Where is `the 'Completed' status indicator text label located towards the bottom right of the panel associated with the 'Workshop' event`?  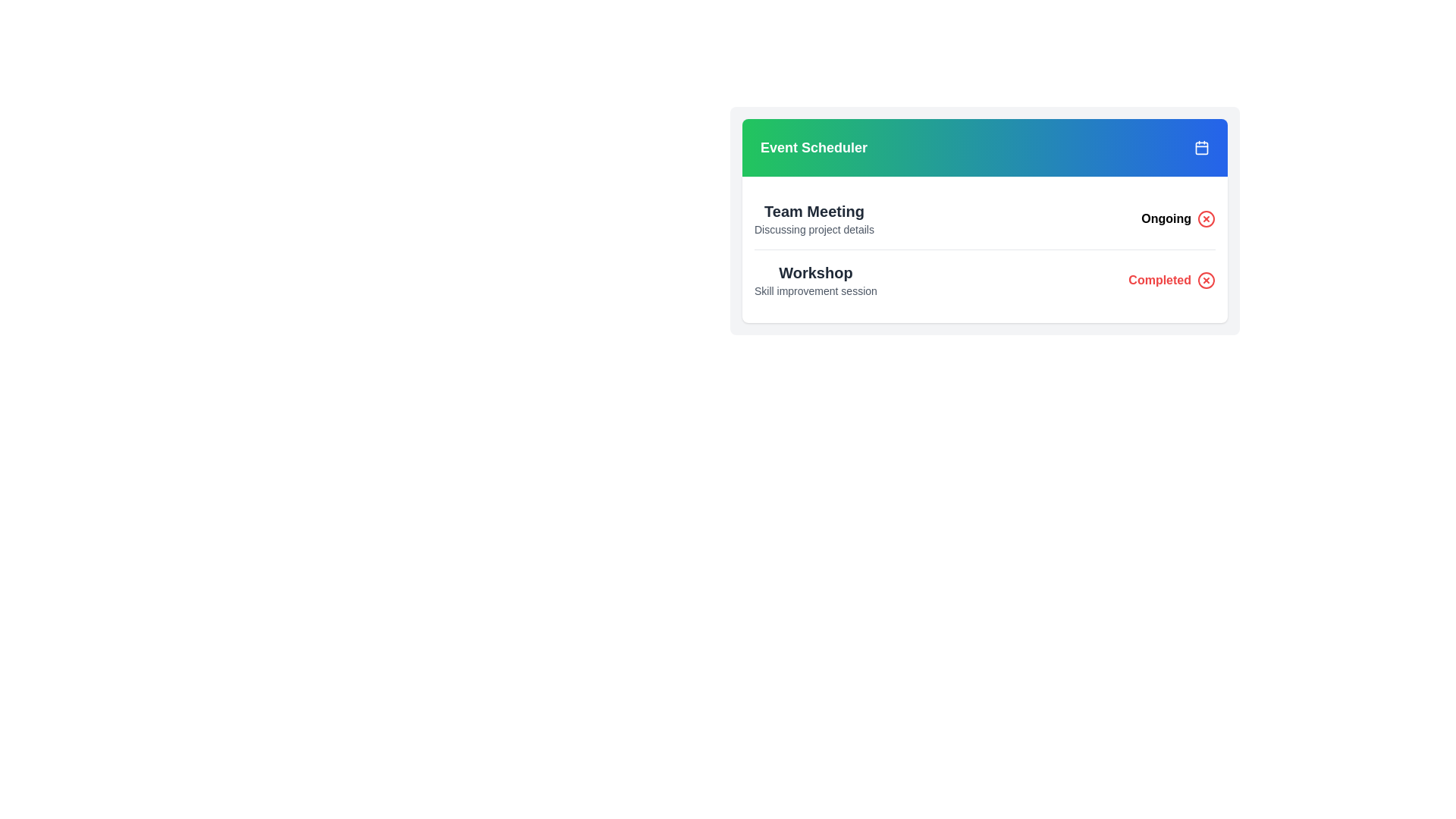
the 'Completed' status indicator text label located towards the bottom right of the panel associated with the 'Workshop' event is located at coordinates (1159, 281).